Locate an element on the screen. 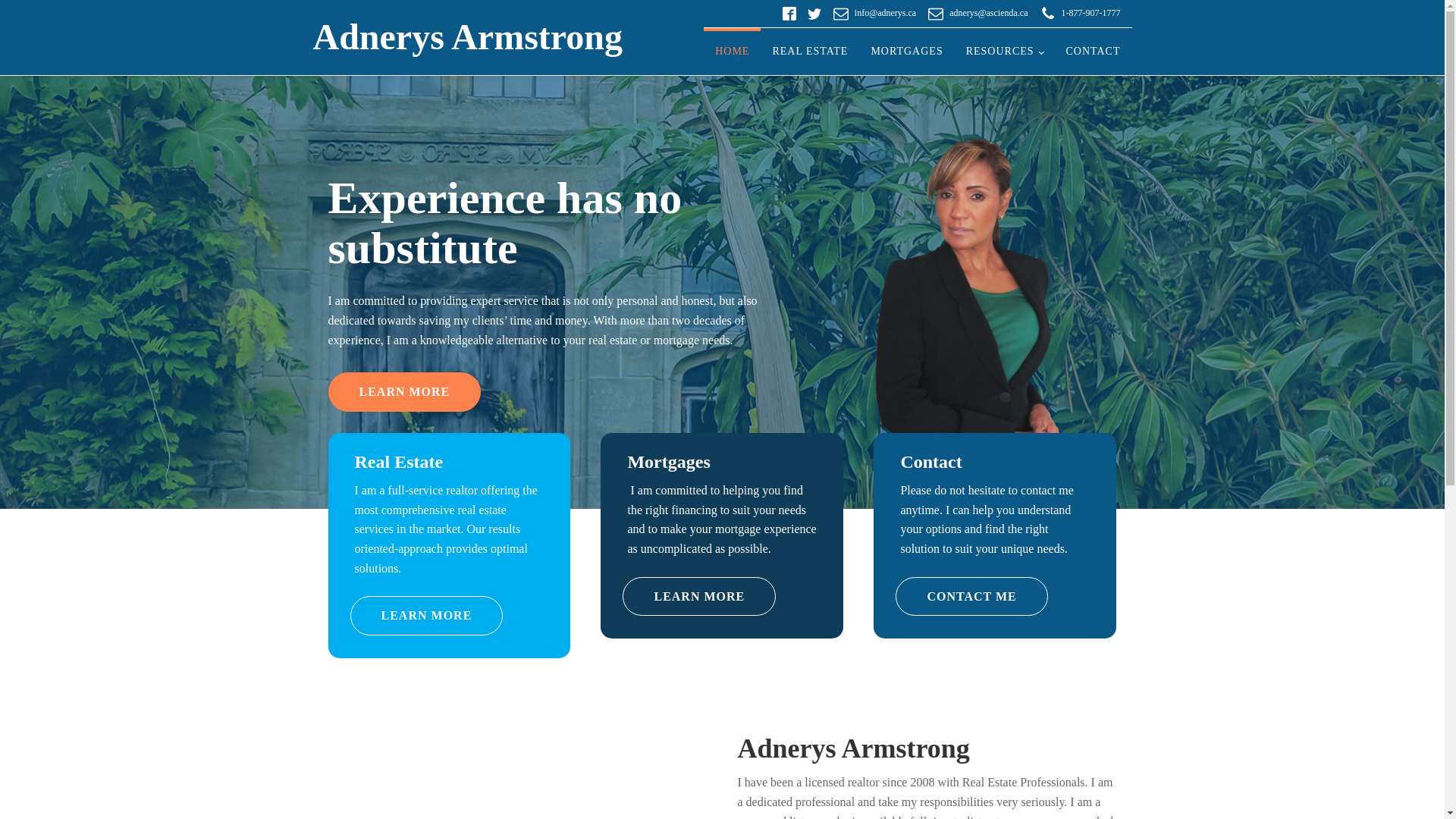  'LEARN MORE' is located at coordinates (622, 595).